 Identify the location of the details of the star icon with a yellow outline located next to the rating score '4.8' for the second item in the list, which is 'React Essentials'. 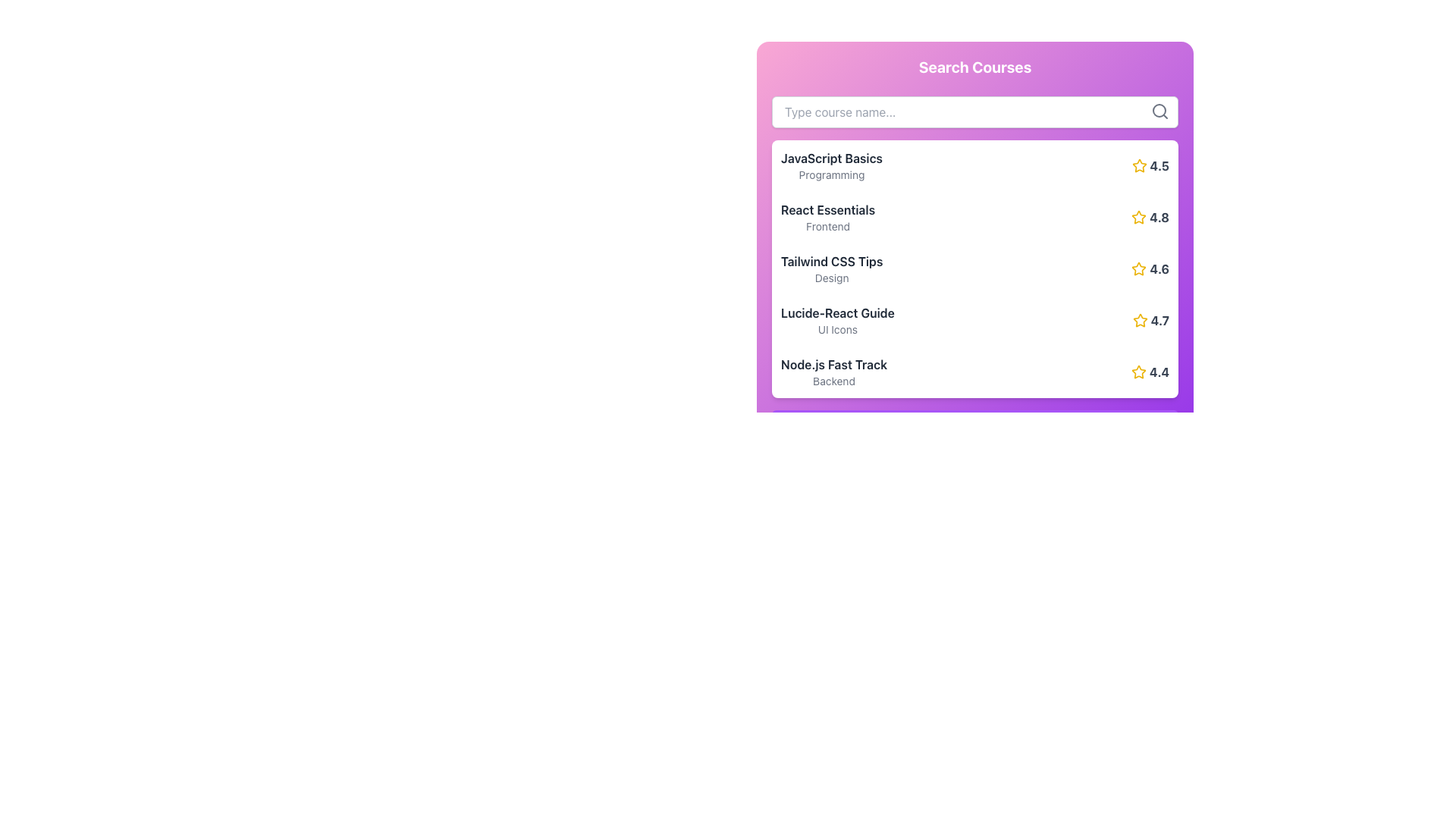
(1139, 217).